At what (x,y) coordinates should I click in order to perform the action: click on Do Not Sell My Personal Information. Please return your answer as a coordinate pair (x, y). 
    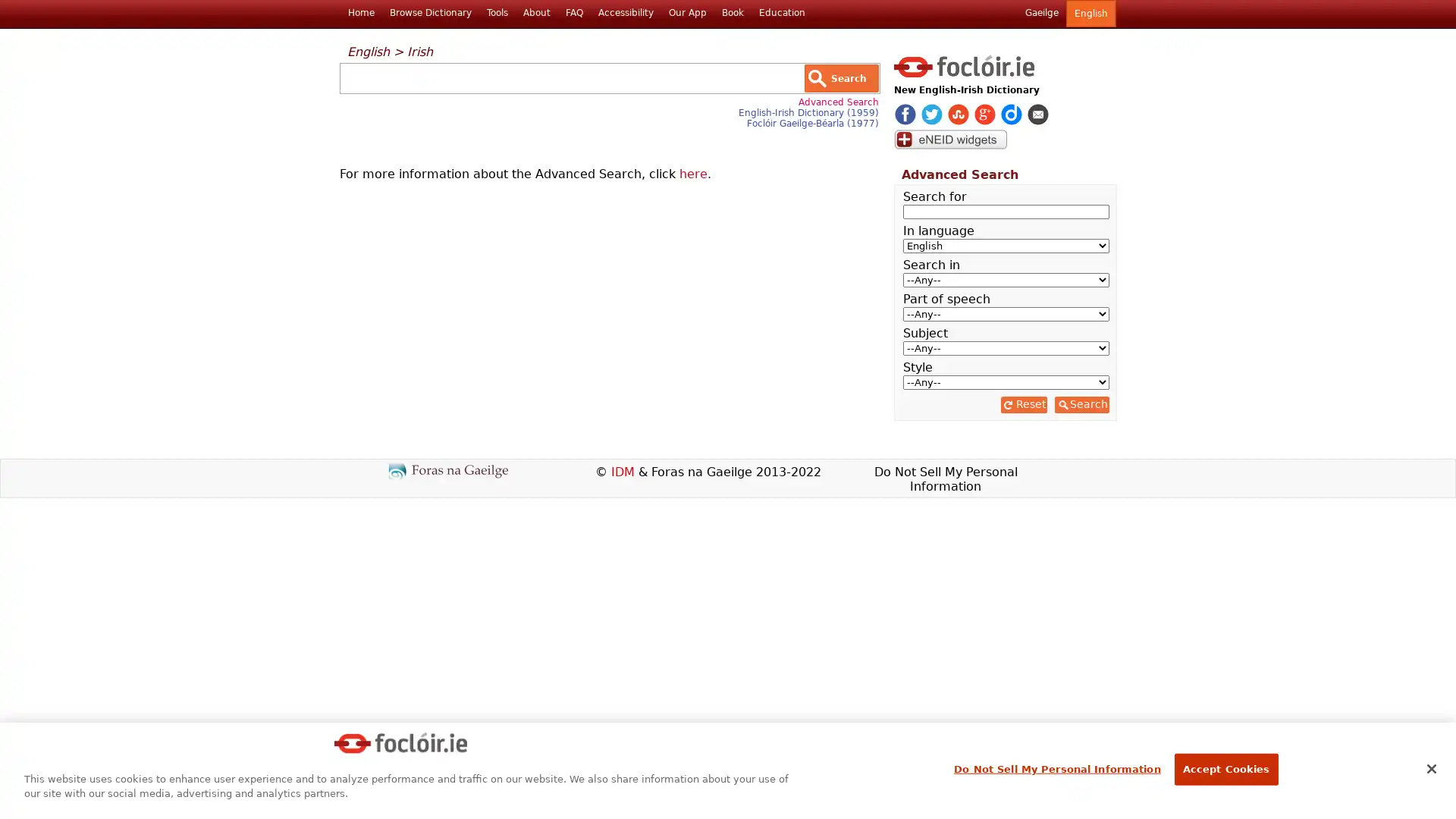
    Looking at the image, I should click on (1056, 769).